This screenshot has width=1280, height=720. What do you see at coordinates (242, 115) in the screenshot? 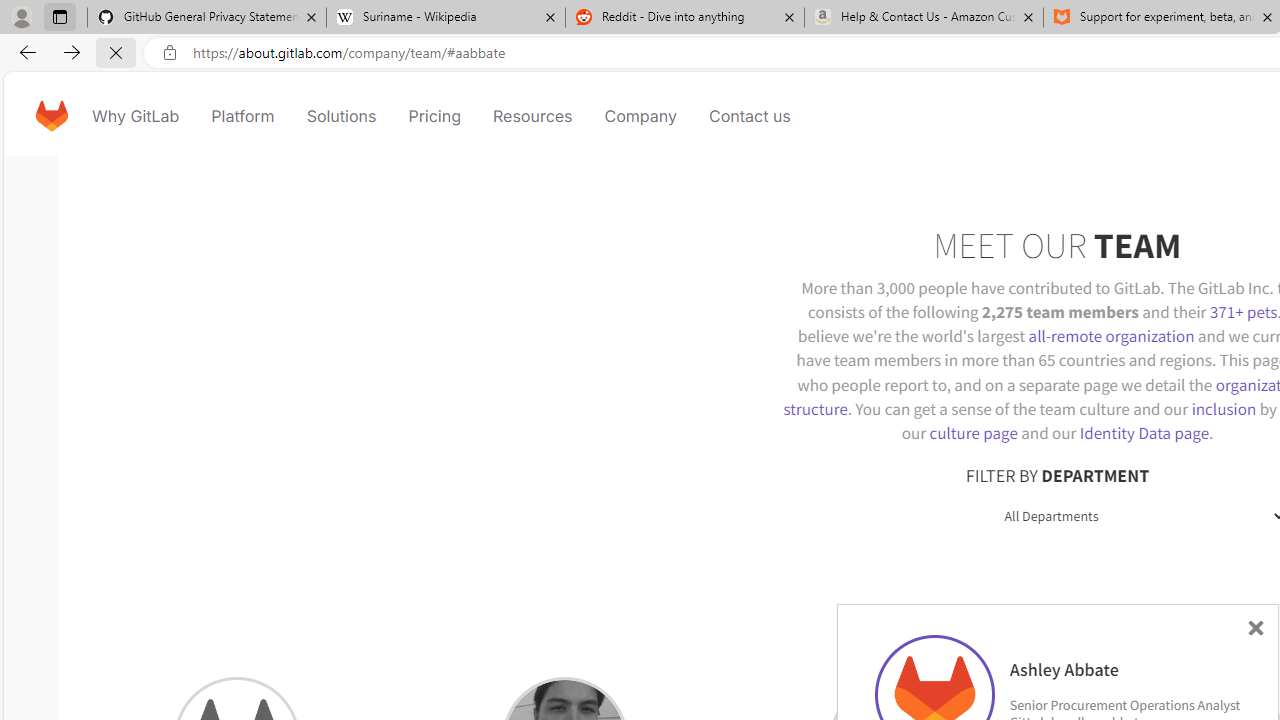
I see `'Platform'` at bounding box center [242, 115].